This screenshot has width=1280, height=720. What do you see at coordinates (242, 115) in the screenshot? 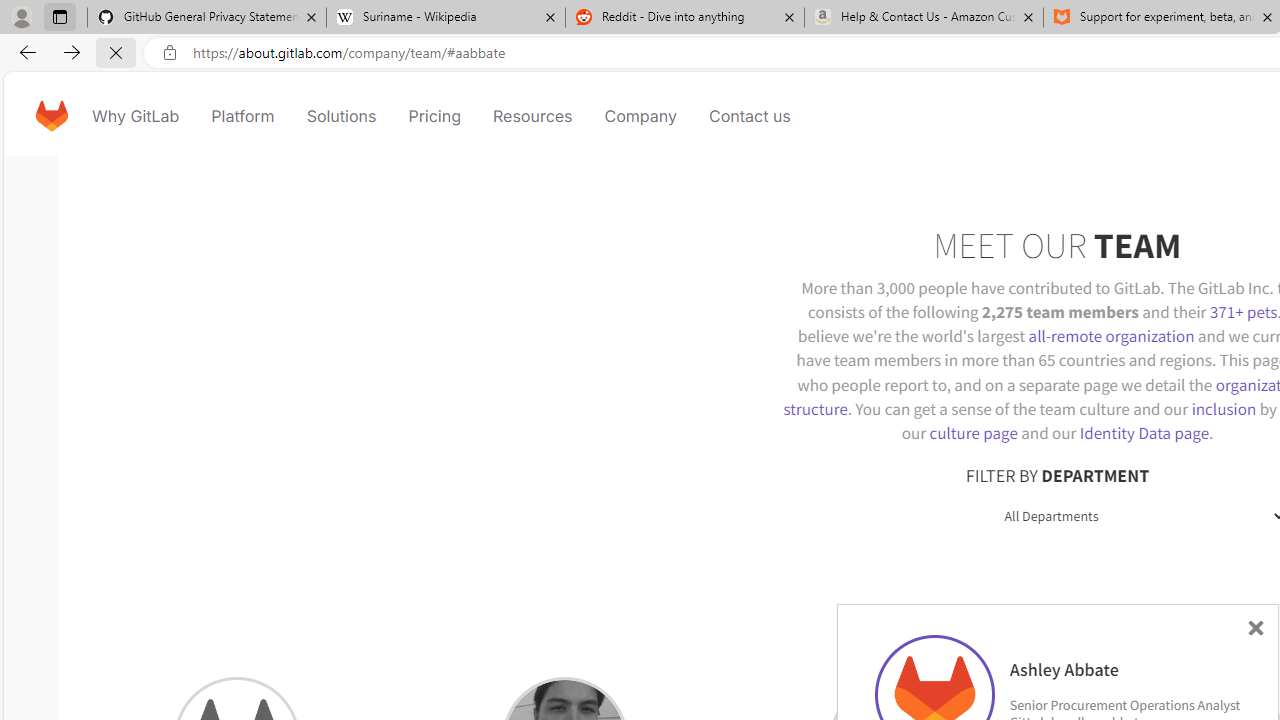
I see `'Platform'` at bounding box center [242, 115].